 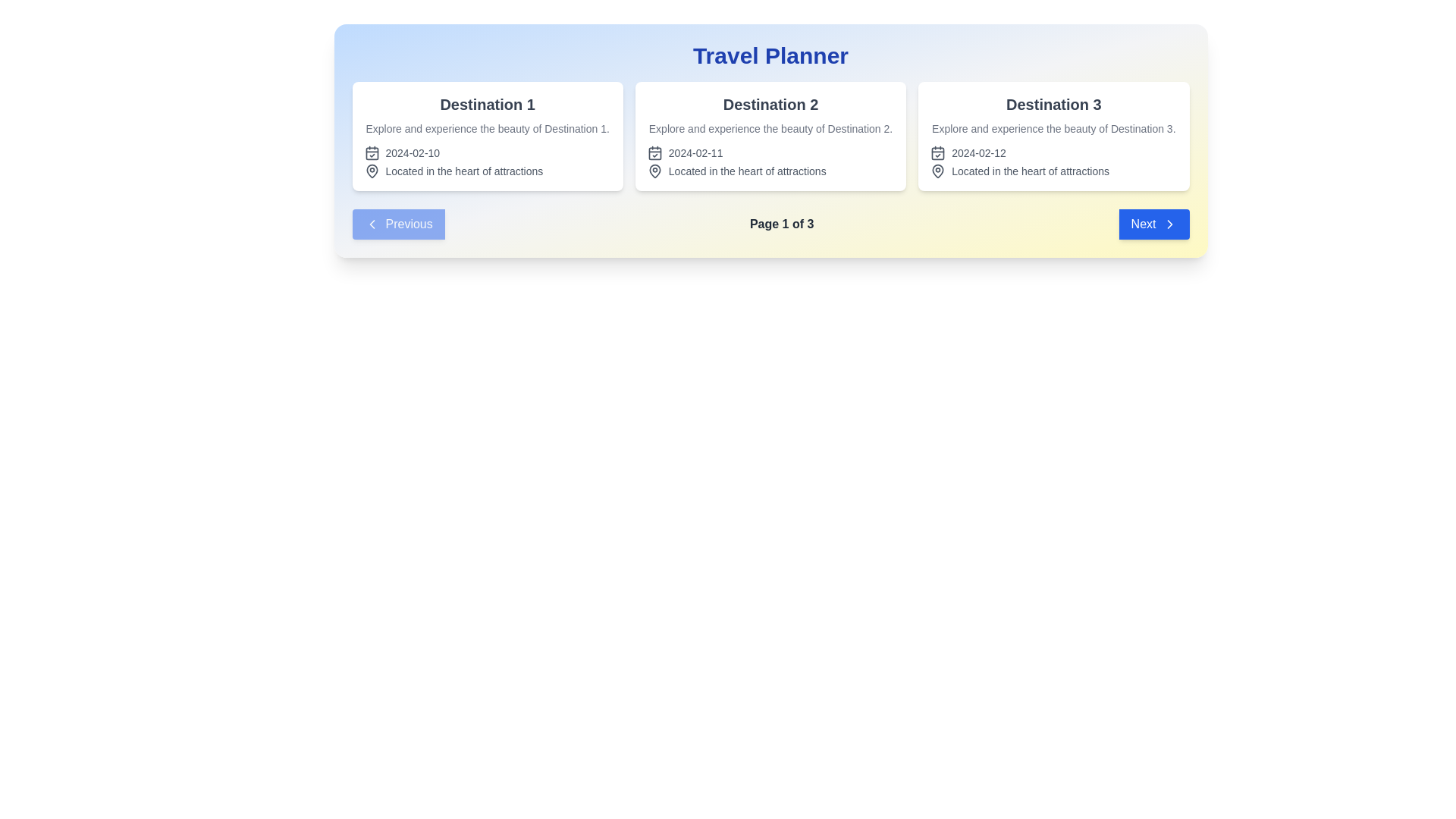 What do you see at coordinates (488, 171) in the screenshot?
I see `the text label with an embedded location pin icon that displays 'Located in the heart of attractions.' This element is positioned at the bottom of the 'Destination 1' card, below another text element showing a date` at bounding box center [488, 171].